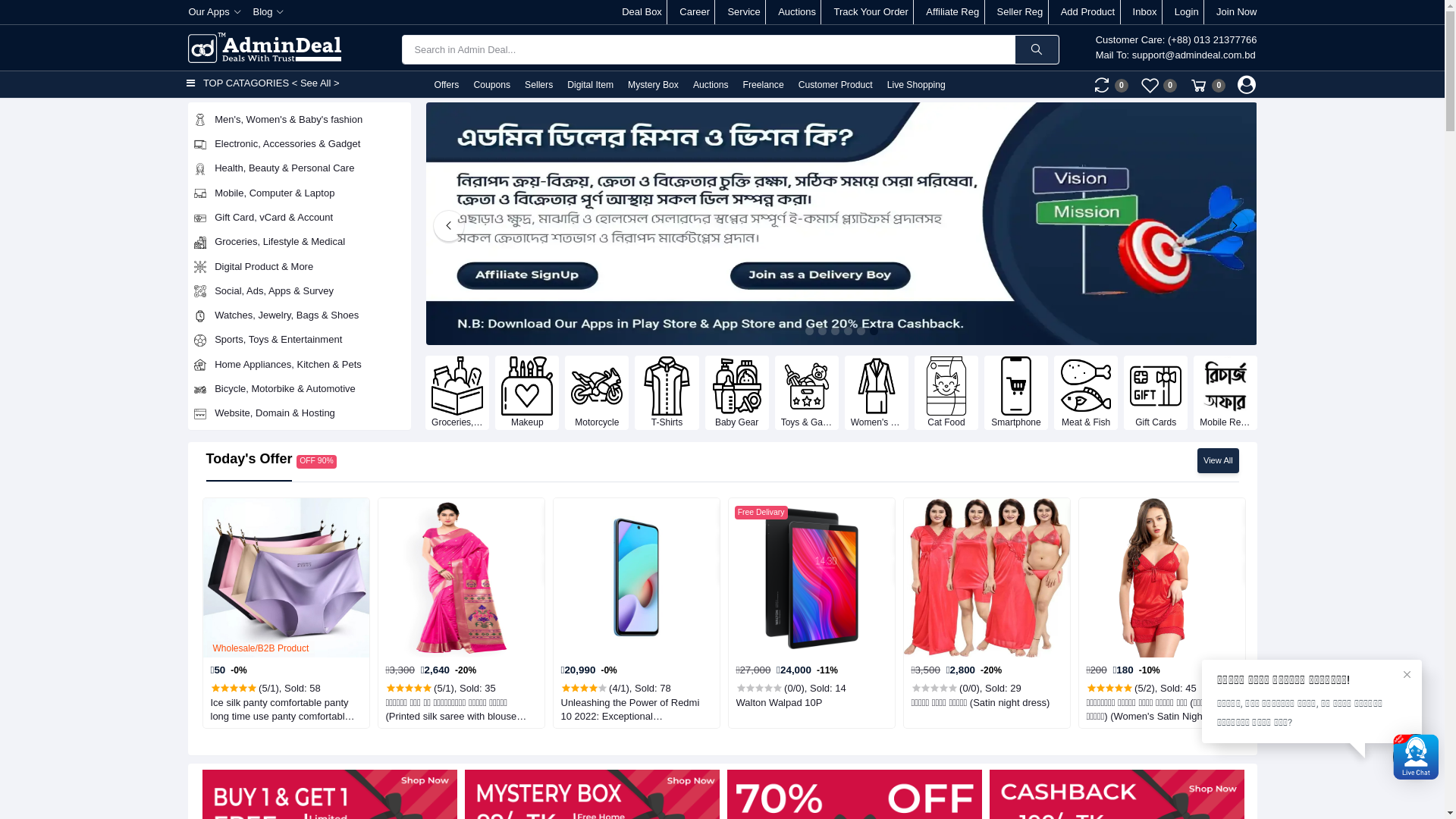 Image resolution: width=1456 pixels, height=819 pixels. Describe the element at coordinates (1216, 11) in the screenshot. I see `'Join Now'` at that location.